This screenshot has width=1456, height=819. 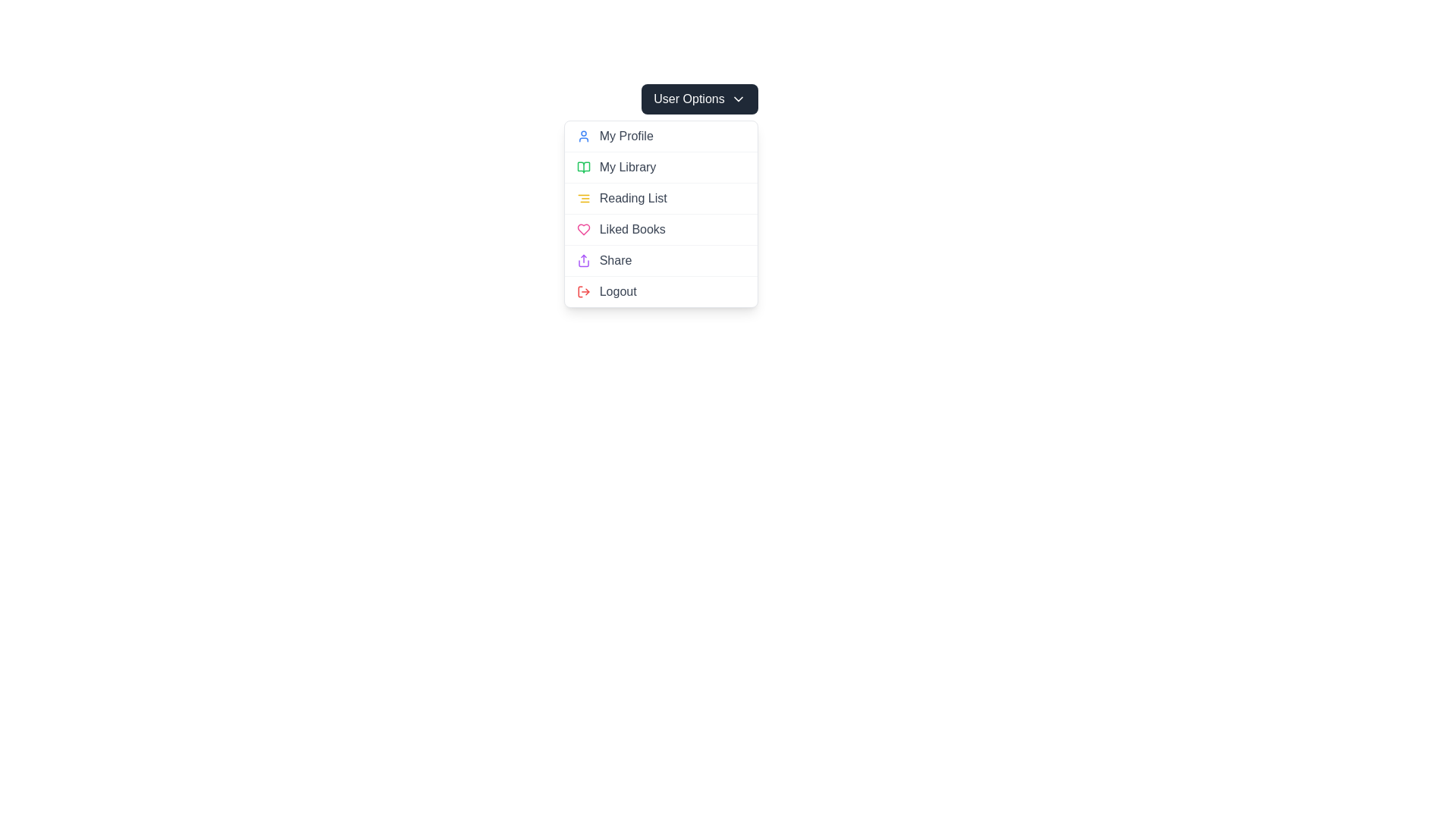 What do you see at coordinates (582, 259) in the screenshot?
I see `the 'Share' icon located to the left of the 'Share' text label in the User Options menu, which serves as a visual cue for the share action` at bounding box center [582, 259].